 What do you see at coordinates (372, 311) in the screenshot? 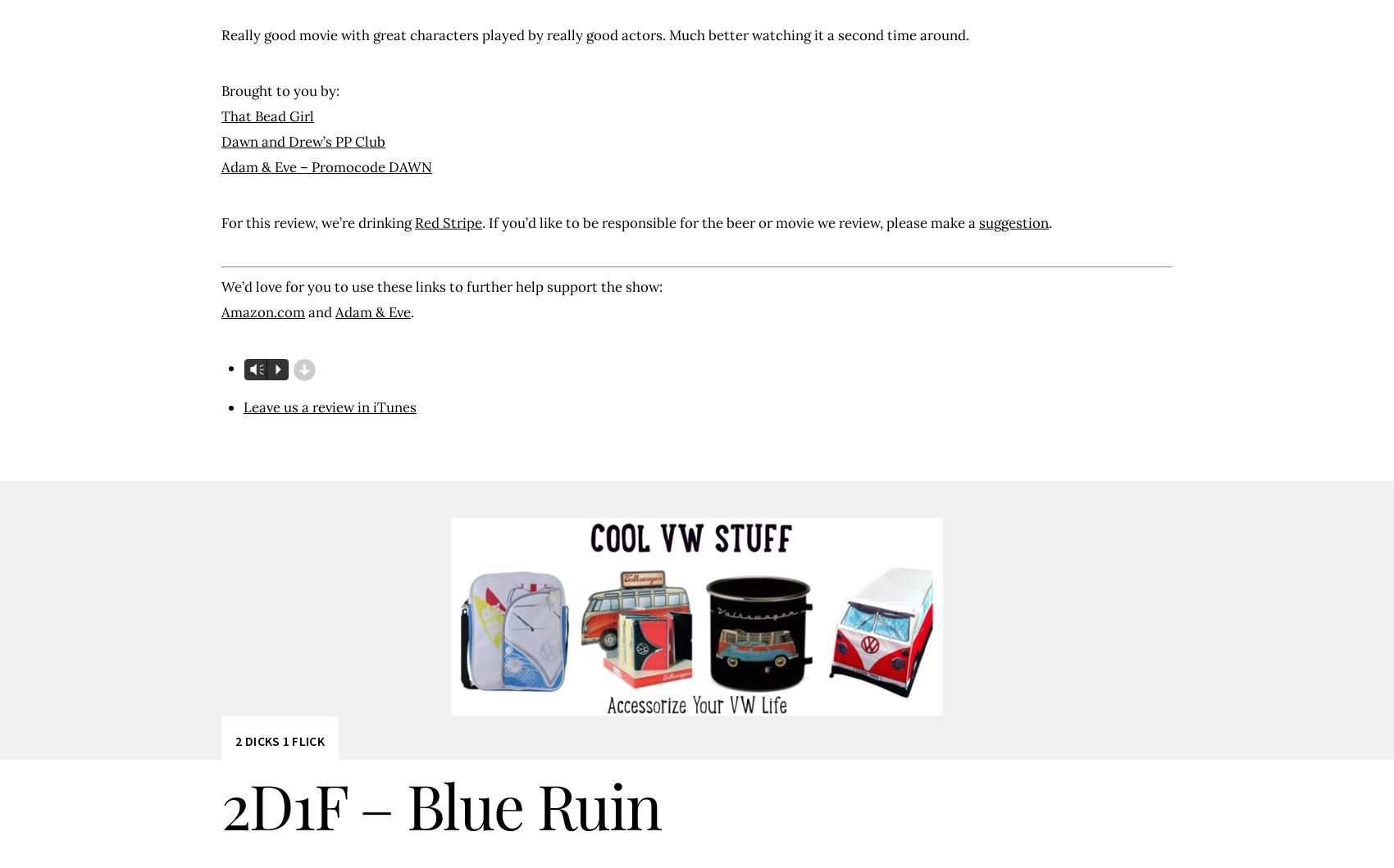
I see `'Adam & Eve'` at bounding box center [372, 311].